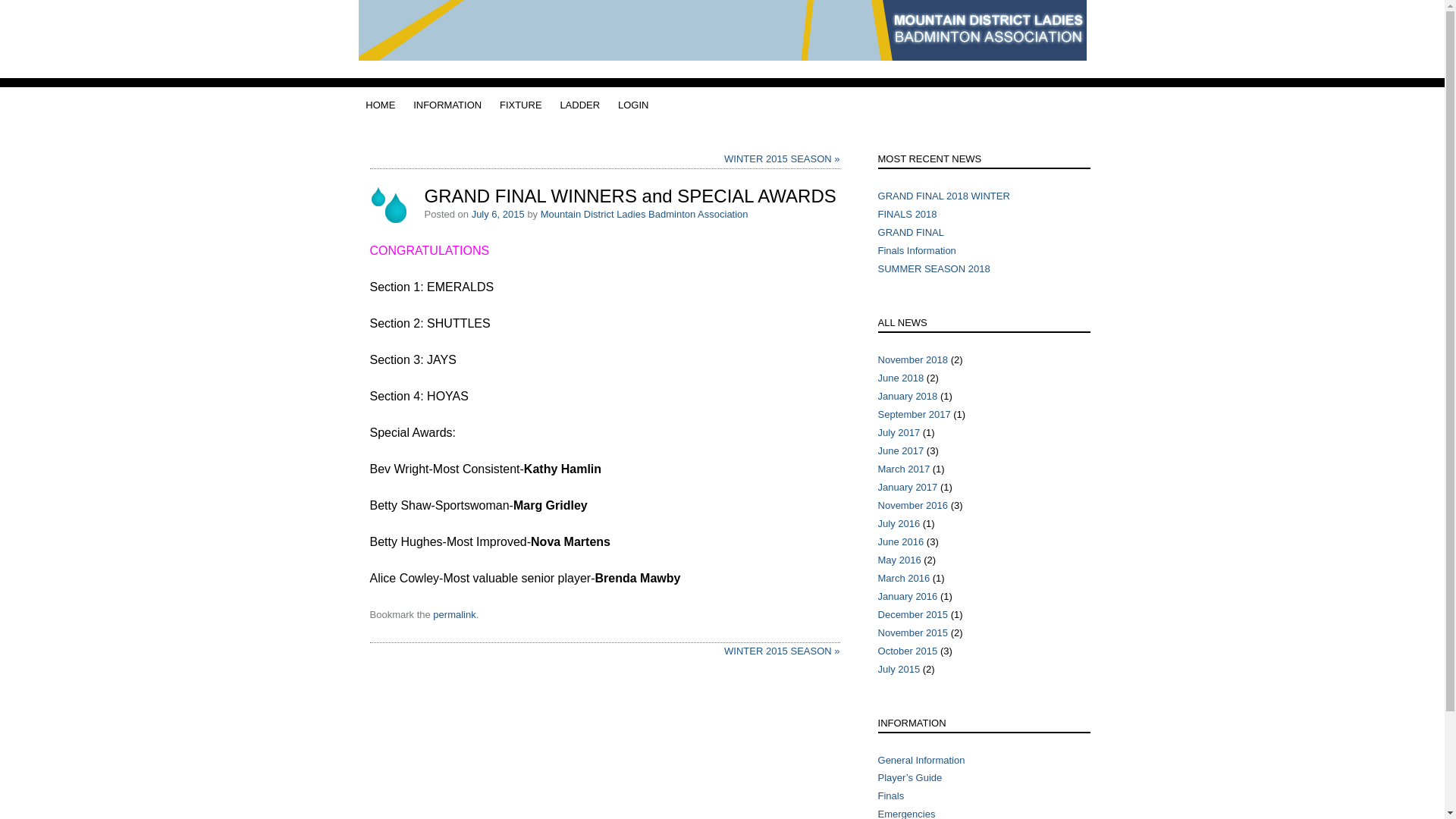 The height and width of the screenshot is (819, 1456). Describe the element at coordinates (891, 795) in the screenshot. I see `'Finals'` at that location.